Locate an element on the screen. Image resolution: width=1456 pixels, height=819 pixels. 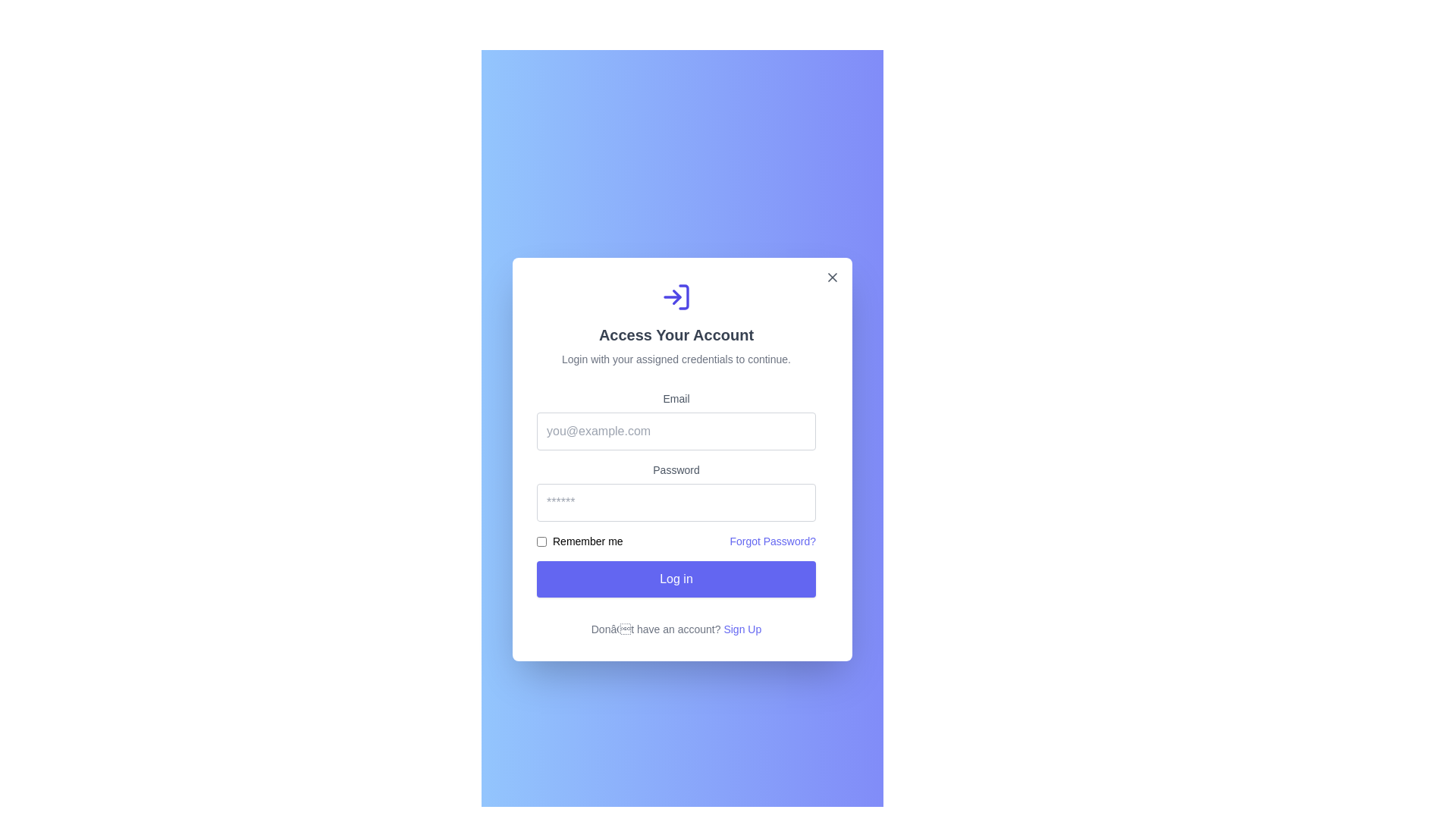
the 'Log in' button, which is a horizontally rectangular button with an indigo background and white text, located below the 'Remember me' section at the bottom of the form is located at coordinates (676, 579).